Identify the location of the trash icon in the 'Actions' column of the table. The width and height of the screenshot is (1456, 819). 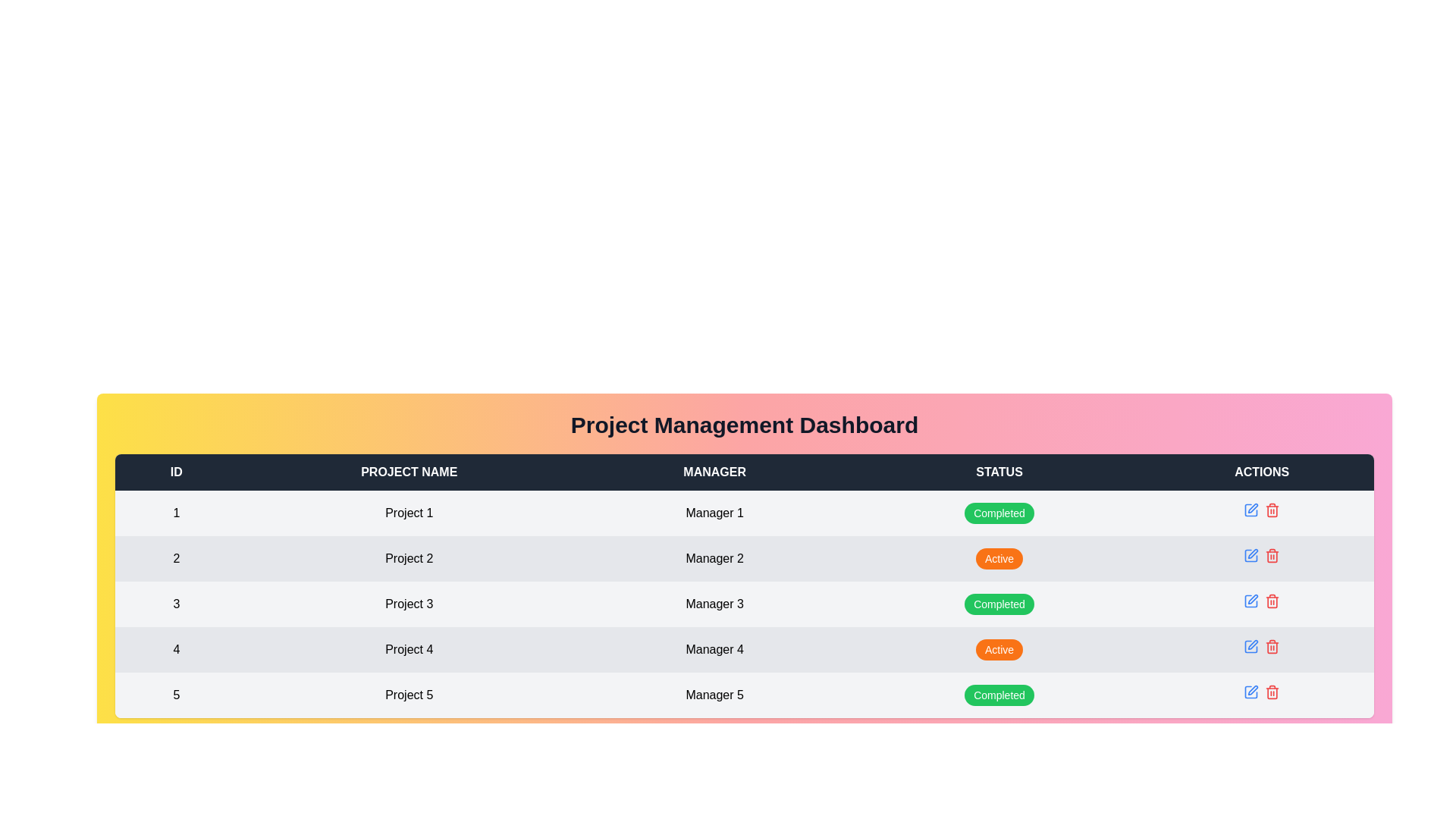
(1272, 511).